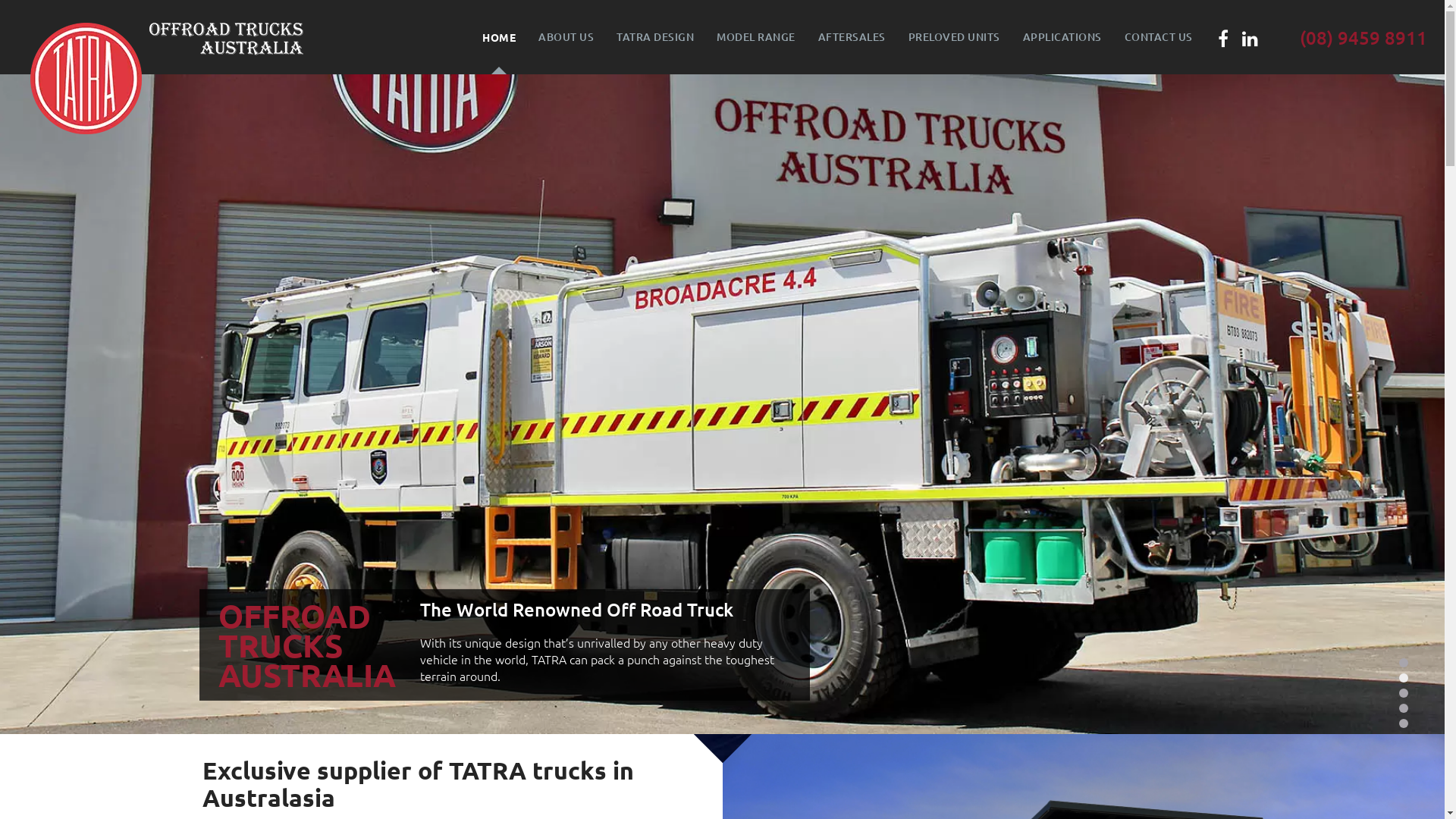 The height and width of the screenshot is (819, 1456). Describe the element at coordinates (952, 36) in the screenshot. I see `'PRELOVED UNITS'` at that location.